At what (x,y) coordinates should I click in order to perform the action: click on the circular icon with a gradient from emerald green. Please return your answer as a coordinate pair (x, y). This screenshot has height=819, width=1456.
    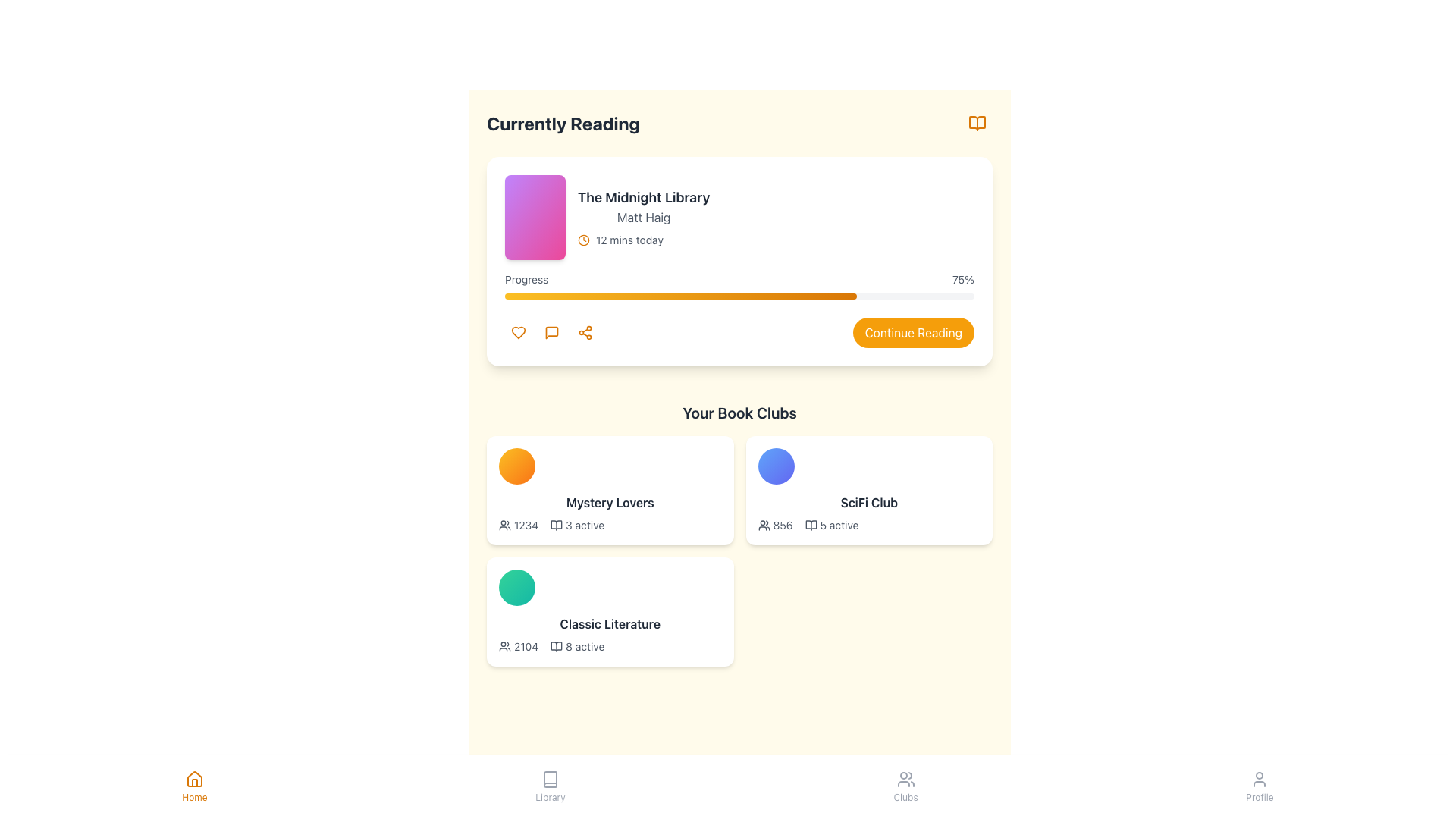
    Looking at the image, I should click on (516, 587).